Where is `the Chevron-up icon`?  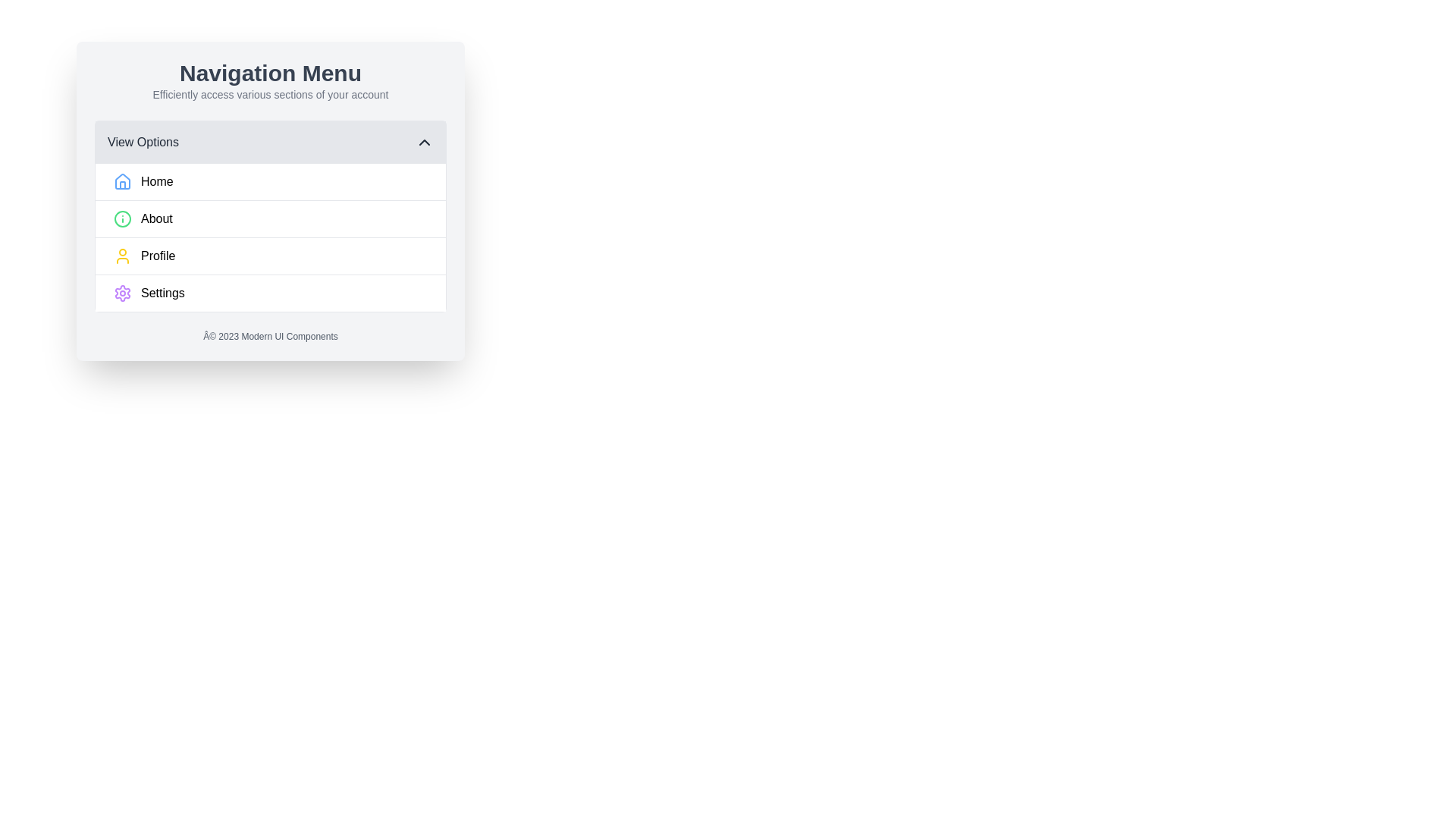 the Chevron-up icon is located at coordinates (425, 143).